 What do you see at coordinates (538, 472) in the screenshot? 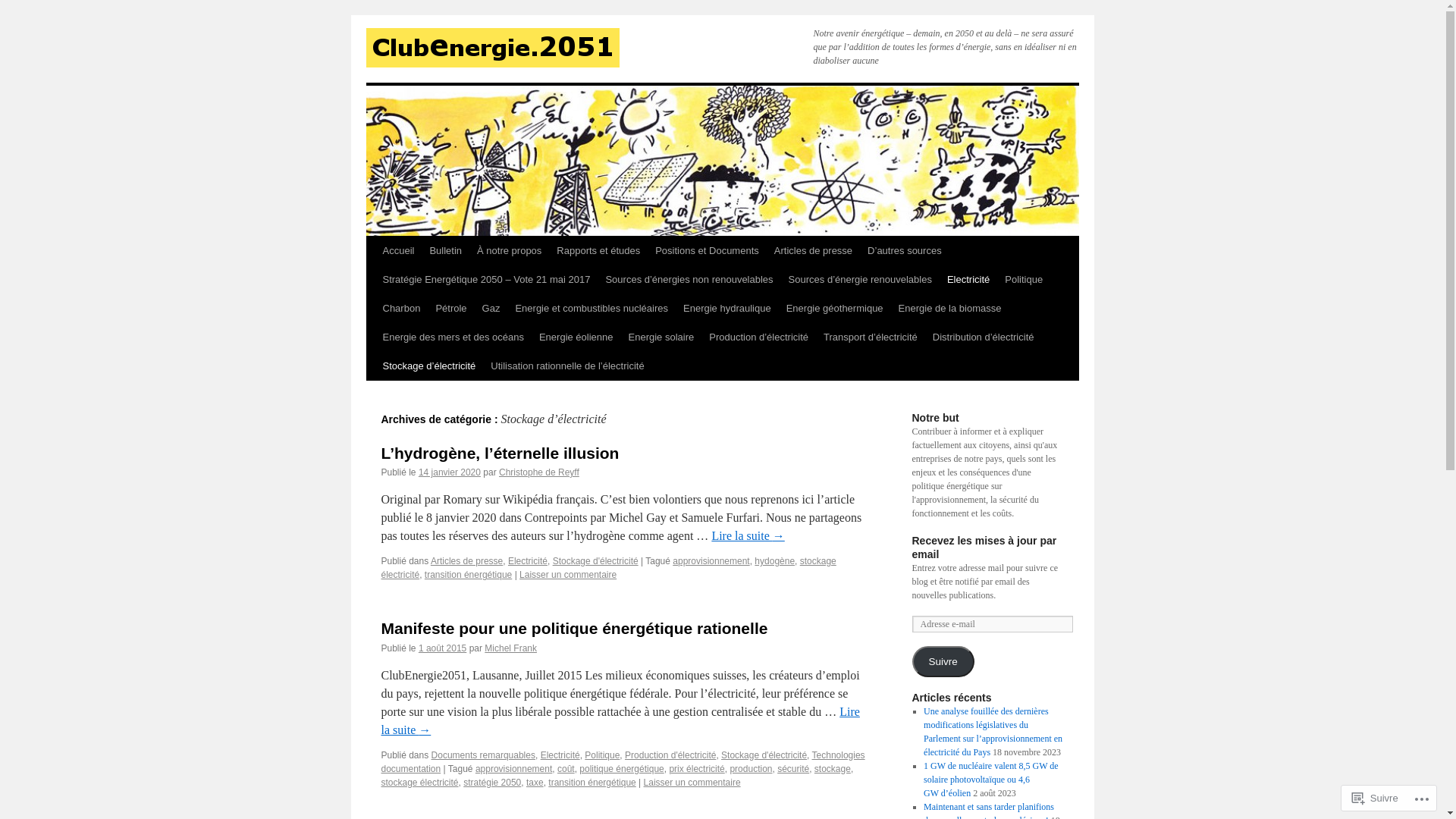
I see `'Christophe de Reyff'` at bounding box center [538, 472].